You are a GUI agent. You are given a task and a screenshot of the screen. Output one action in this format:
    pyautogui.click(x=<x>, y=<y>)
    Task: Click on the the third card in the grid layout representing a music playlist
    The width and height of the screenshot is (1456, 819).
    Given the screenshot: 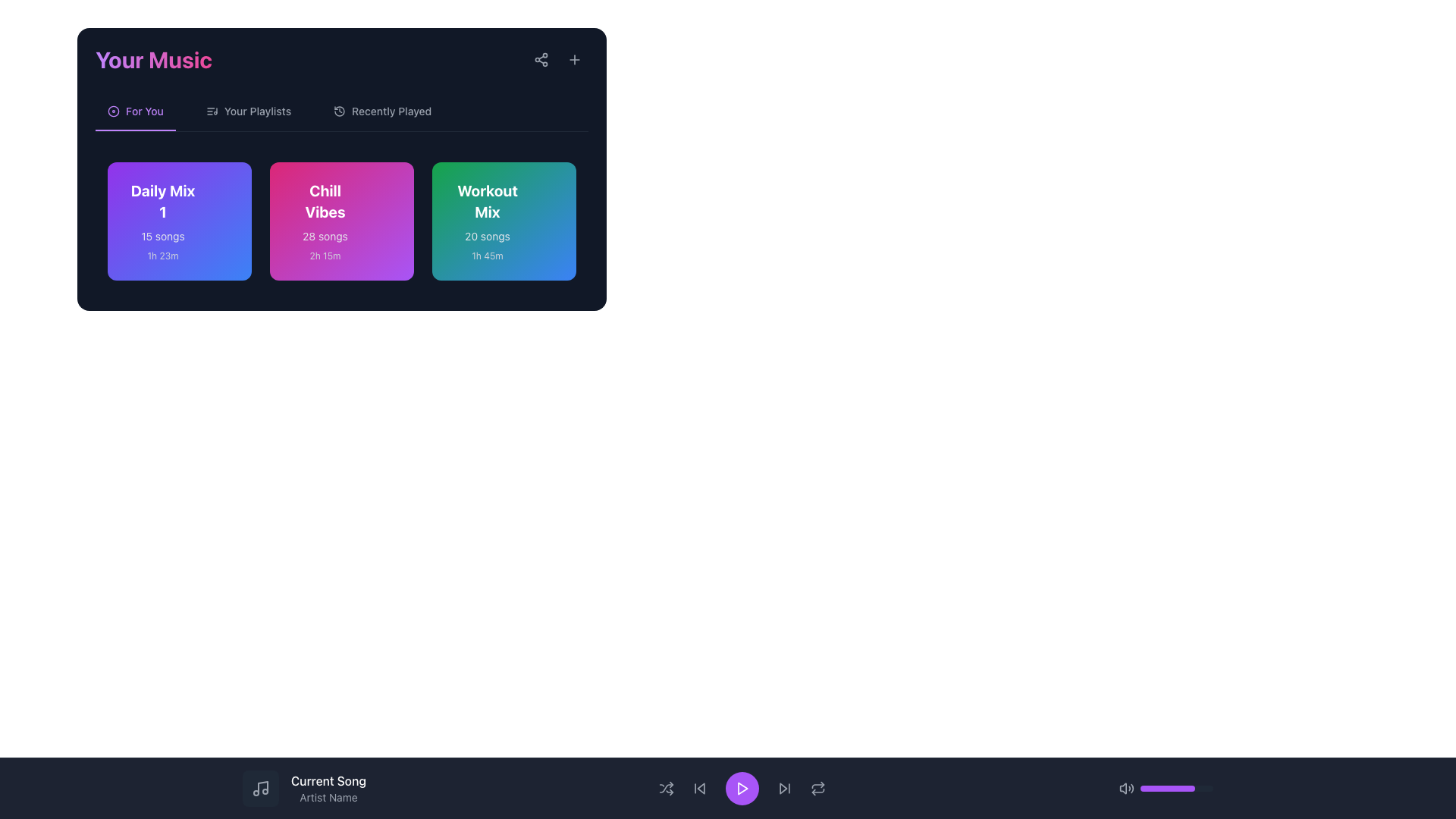 What is the action you would take?
    pyautogui.click(x=504, y=221)
    